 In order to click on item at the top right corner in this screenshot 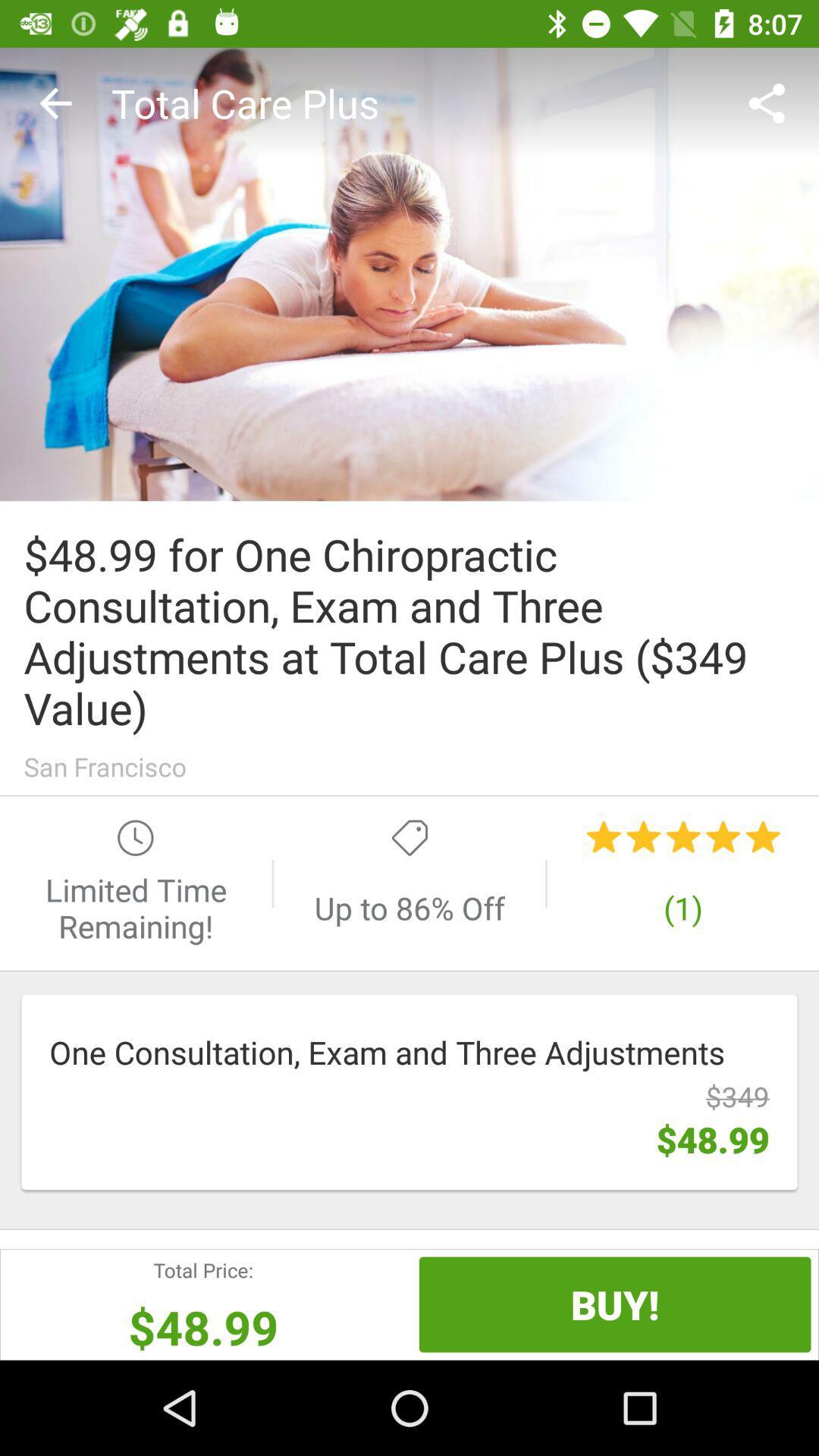, I will do `click(771, 102)`.